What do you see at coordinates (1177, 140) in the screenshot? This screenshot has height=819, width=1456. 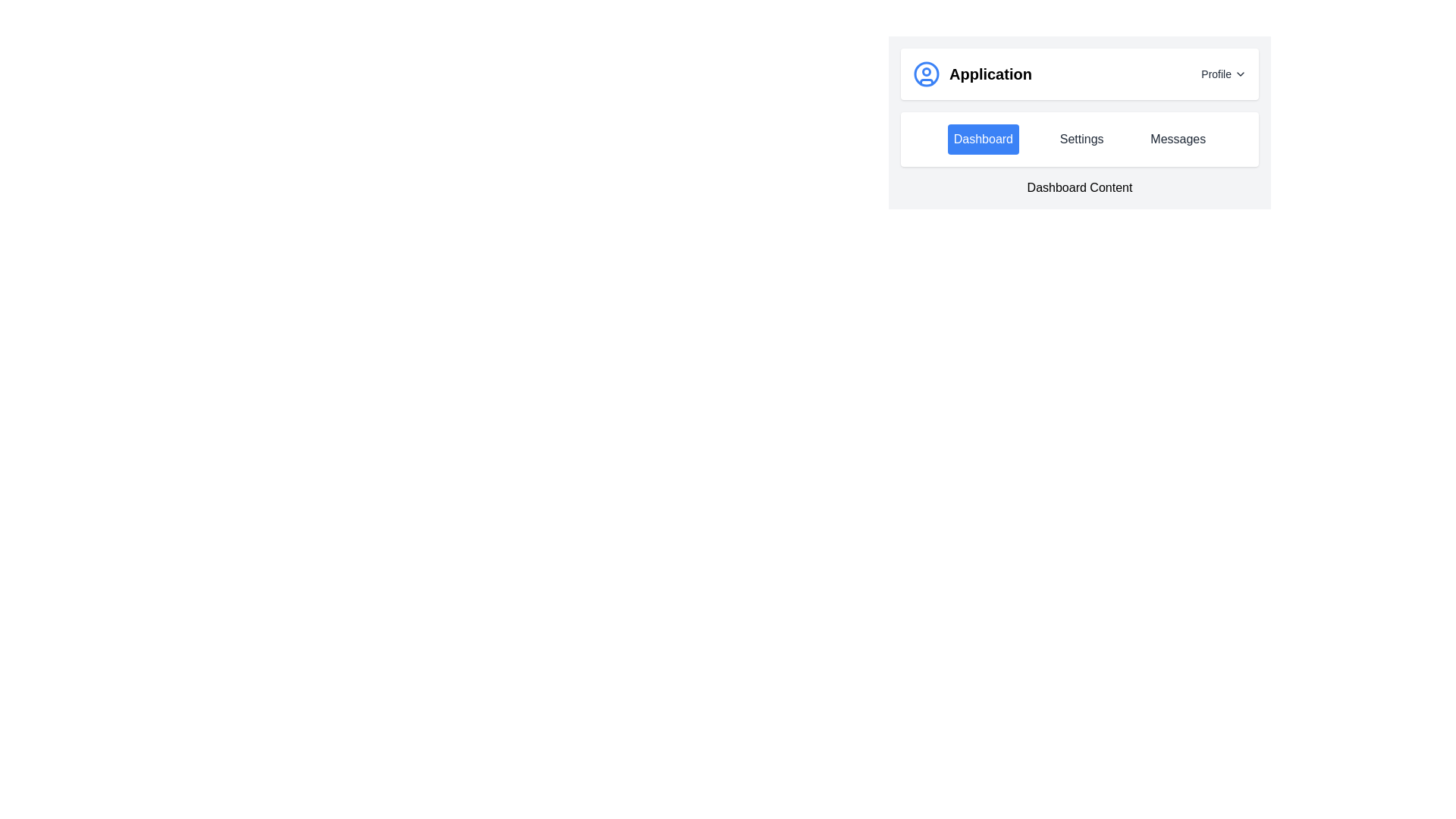 I see `the 'Messages' button, which is a rounded rectangular gray button with dark gray text, located in the third position in a row of three buttons` at bounding box center [1177, 140].